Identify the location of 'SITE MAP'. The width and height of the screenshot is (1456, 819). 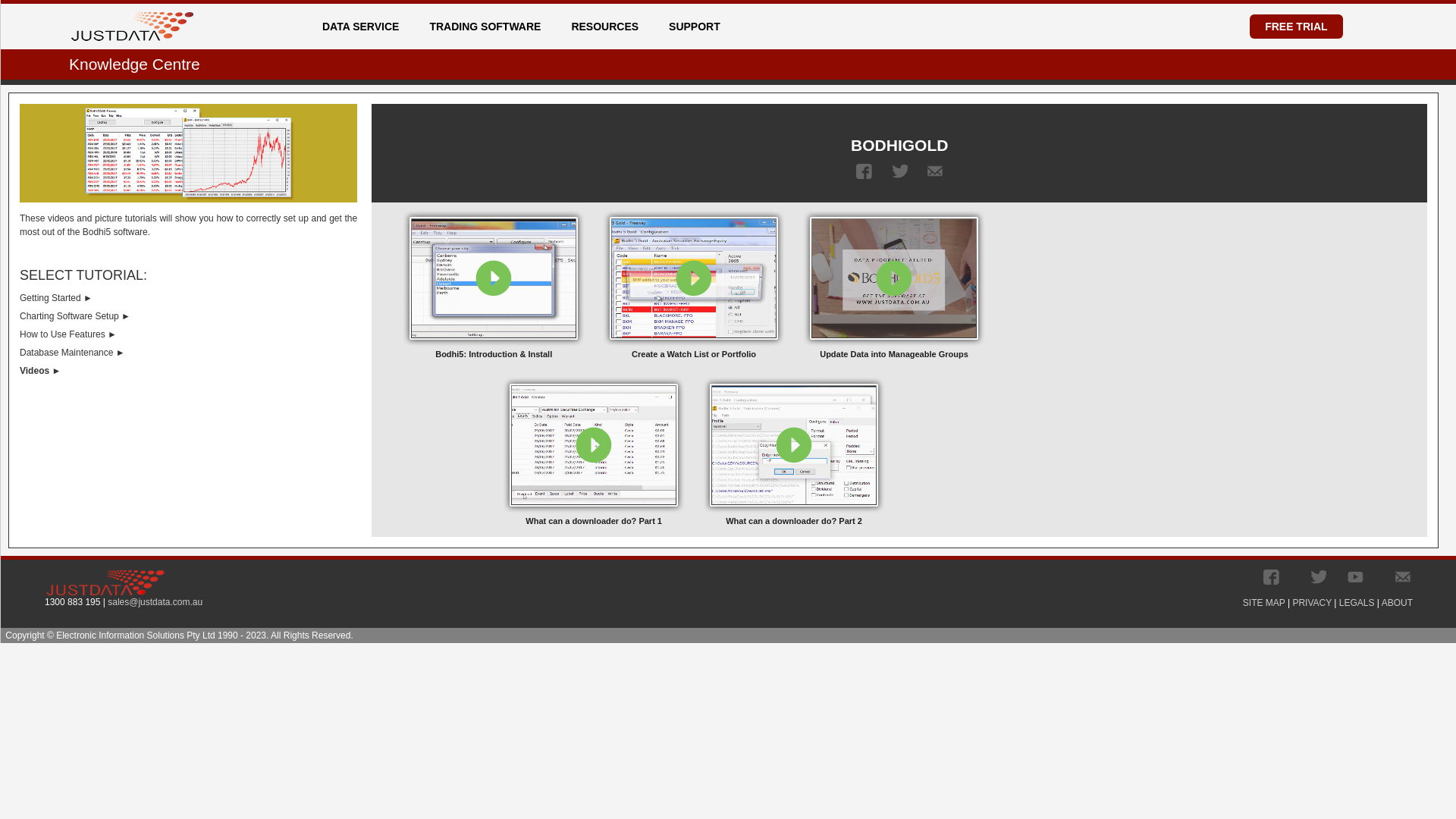
(1263, 601).